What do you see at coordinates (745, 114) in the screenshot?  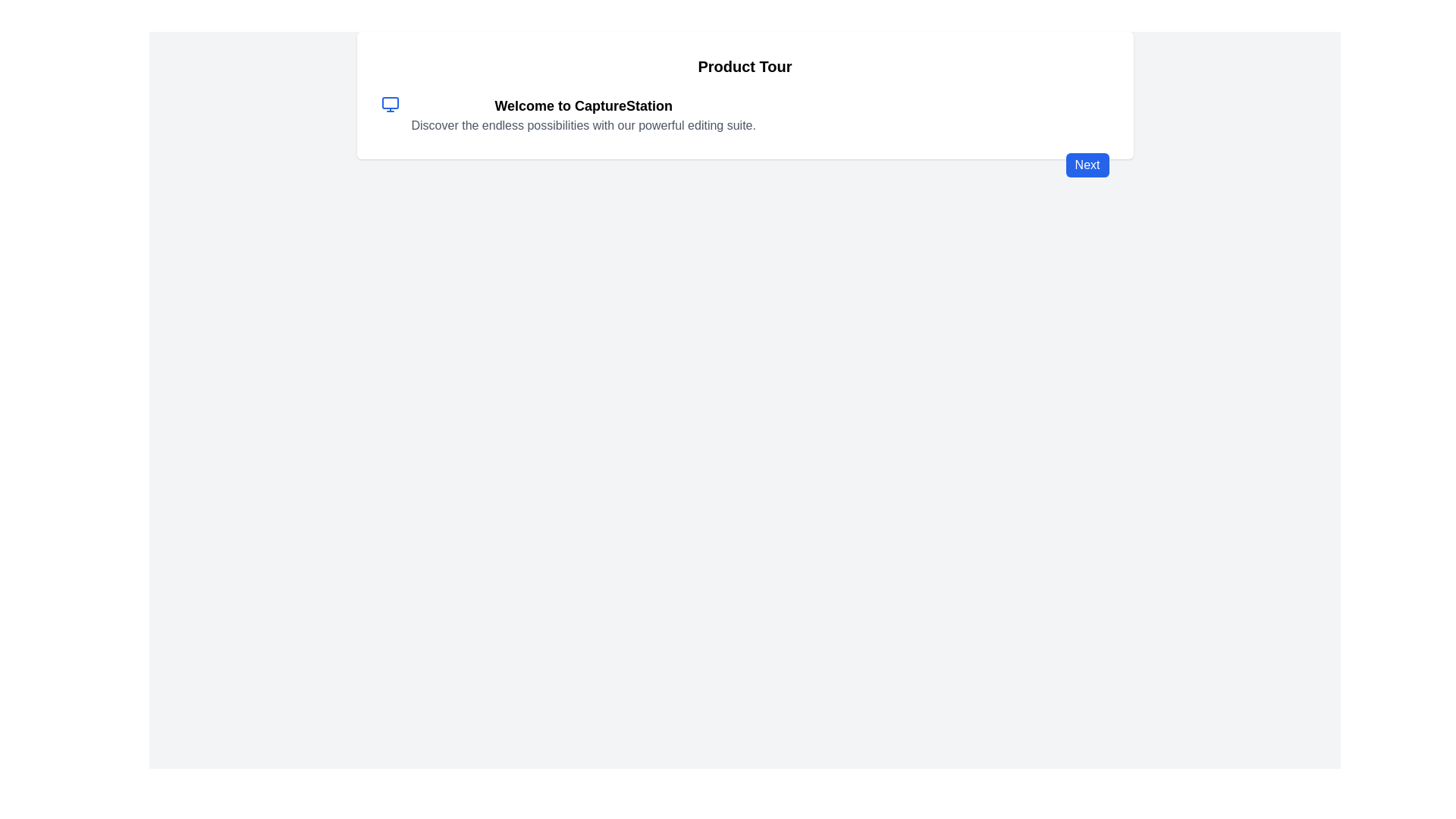 I see `information displayed in the composite UI element titled 'Welcome to CaptureStation' with the subtitle 'Discover the endless possibilities with our powerful editing suite.'` at bounding box center [745, 114].